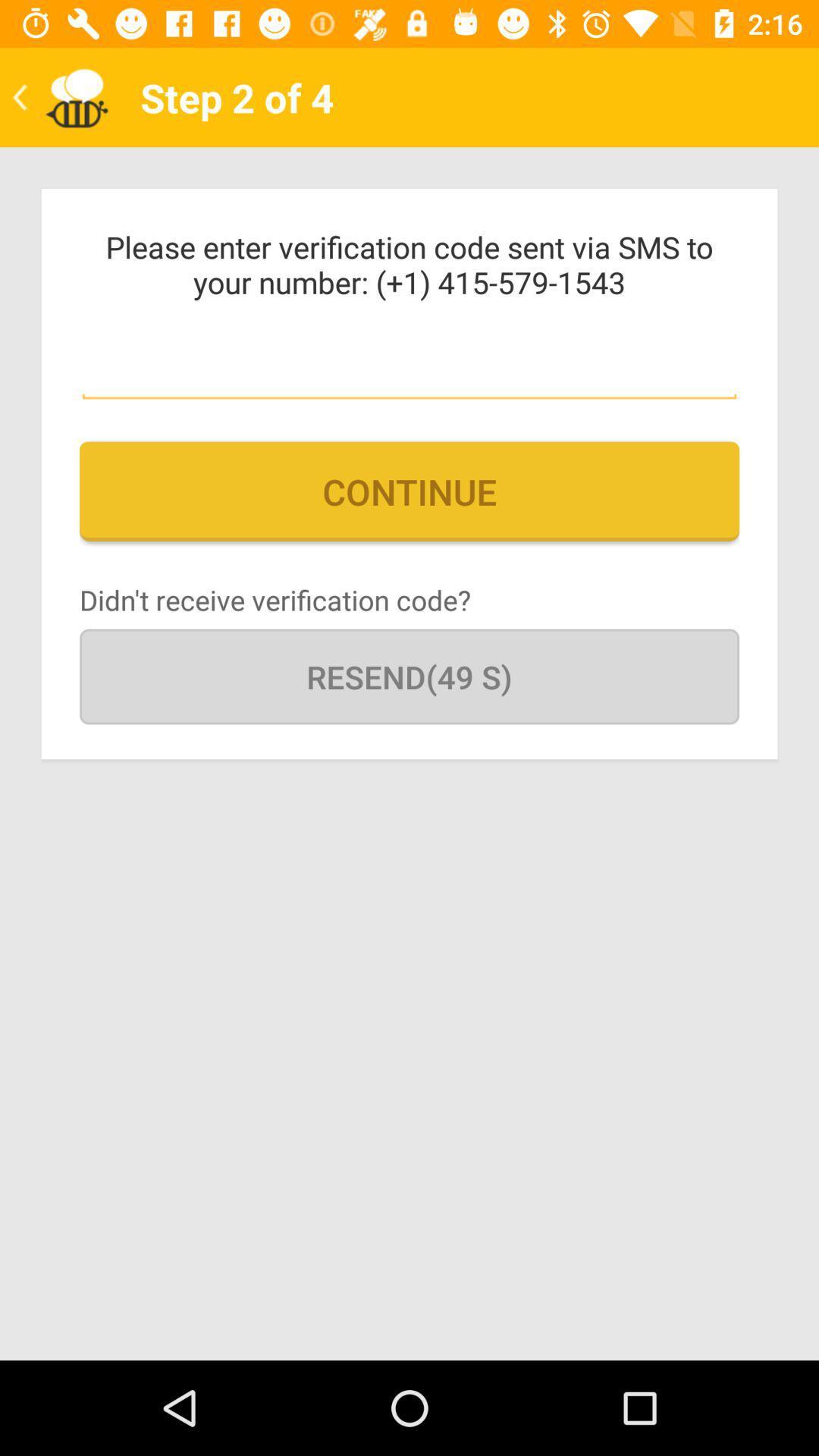 The image size is (819, 1456). What do you see at coordinates (409, 491) in the screenshot?
I see `continue` at bounding box center [409, 491].